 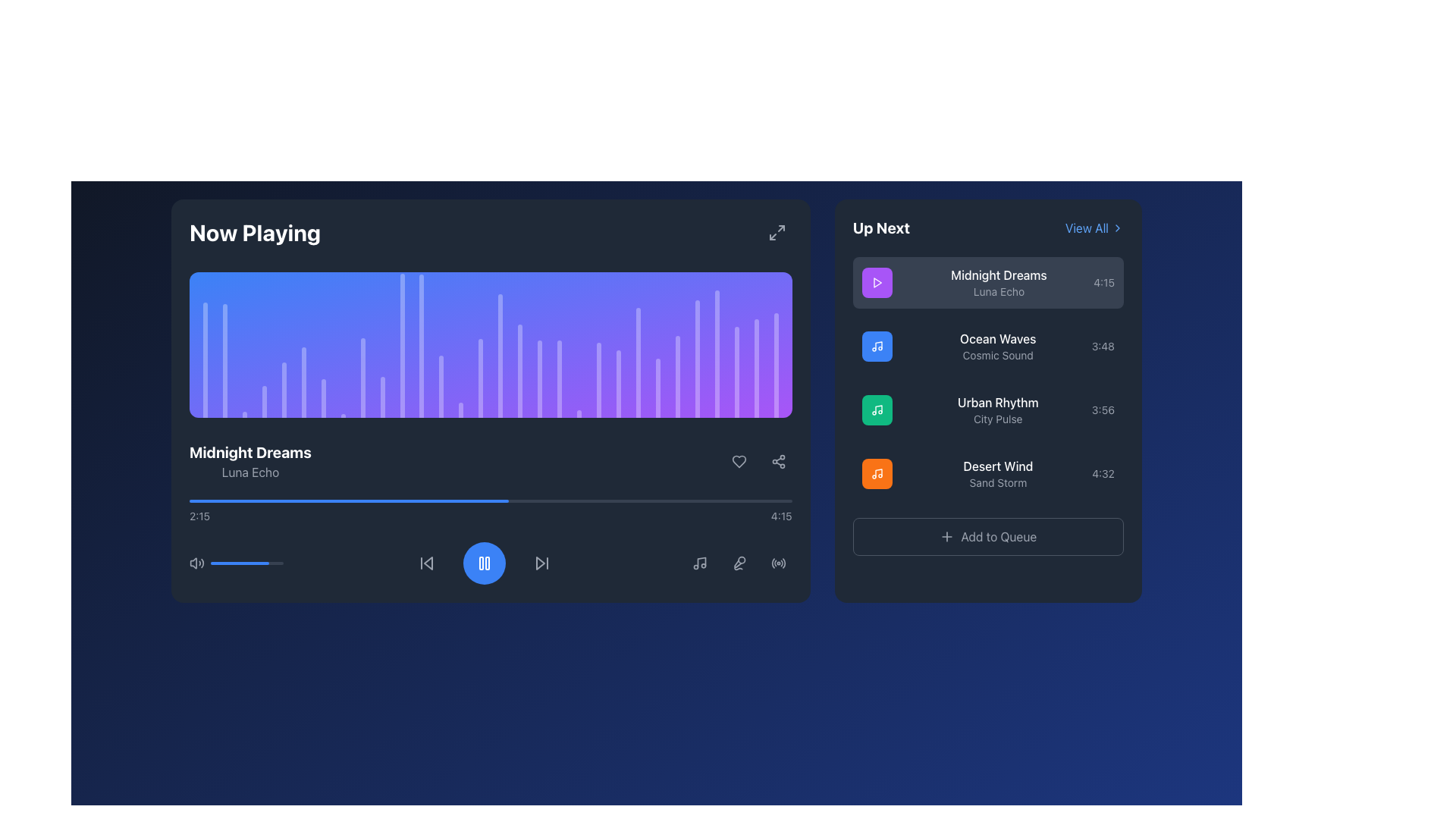 I want to click on the progress bar, which is a thin horizontal bar with a gray background and a blue portion indicating progress, located in the bottom-left of the music player interface, so click(x=247, y=563).